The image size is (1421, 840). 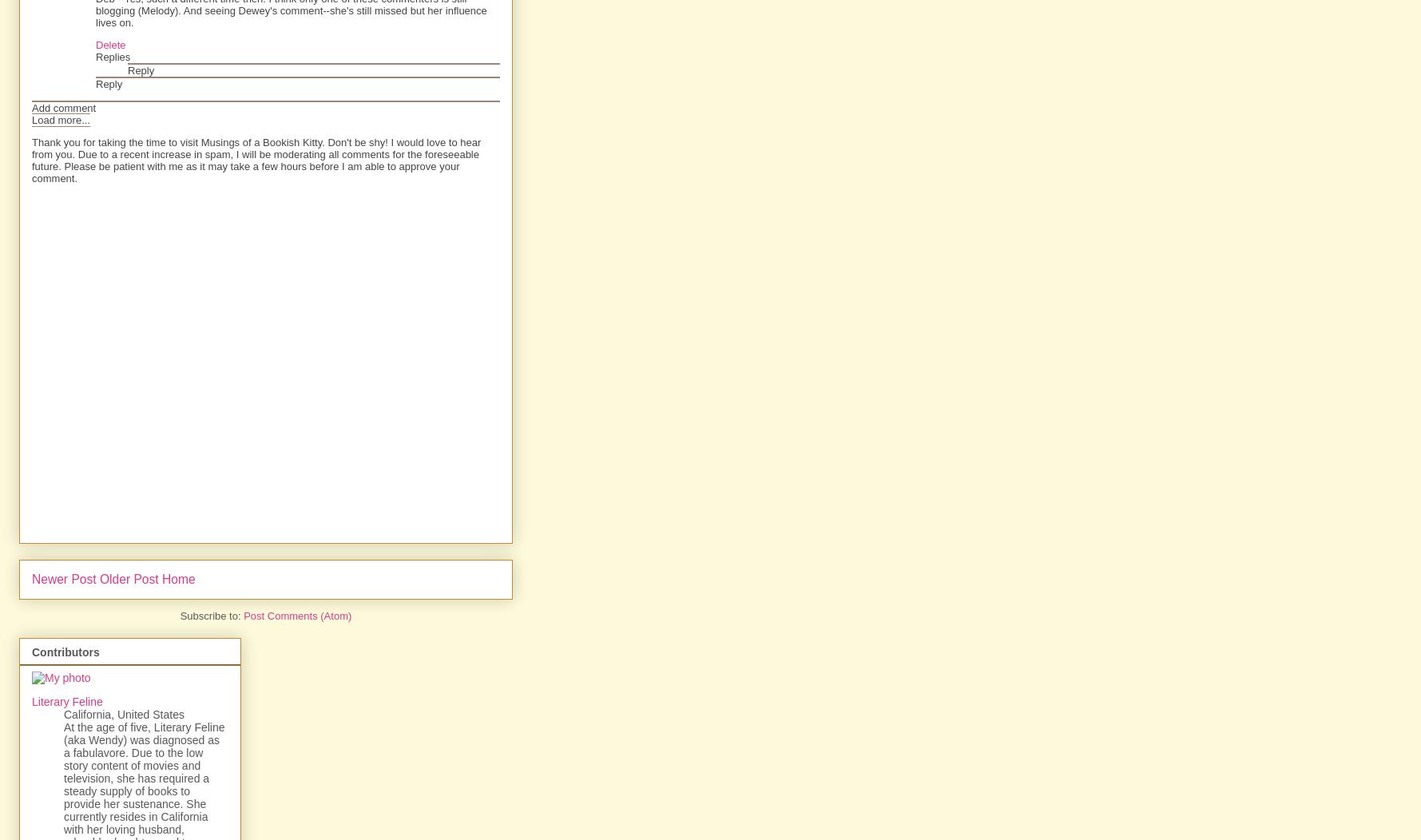 What do you see at coordinates (65, 700) in the screenshot?
I see `'Literary Feline'` at bounding box center [65, 700].